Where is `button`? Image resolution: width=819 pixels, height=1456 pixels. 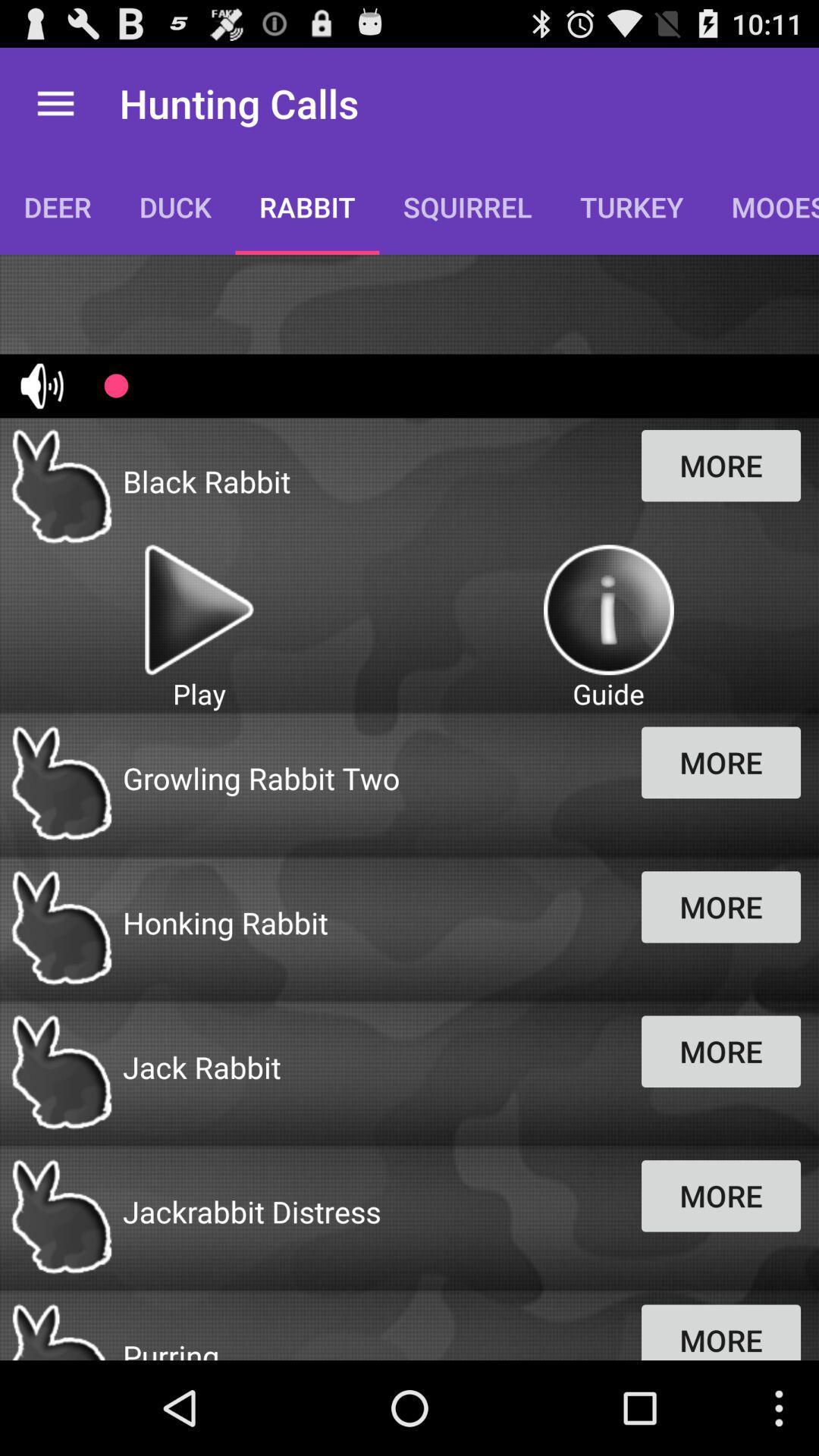 button is located at coordinates (198, 610).